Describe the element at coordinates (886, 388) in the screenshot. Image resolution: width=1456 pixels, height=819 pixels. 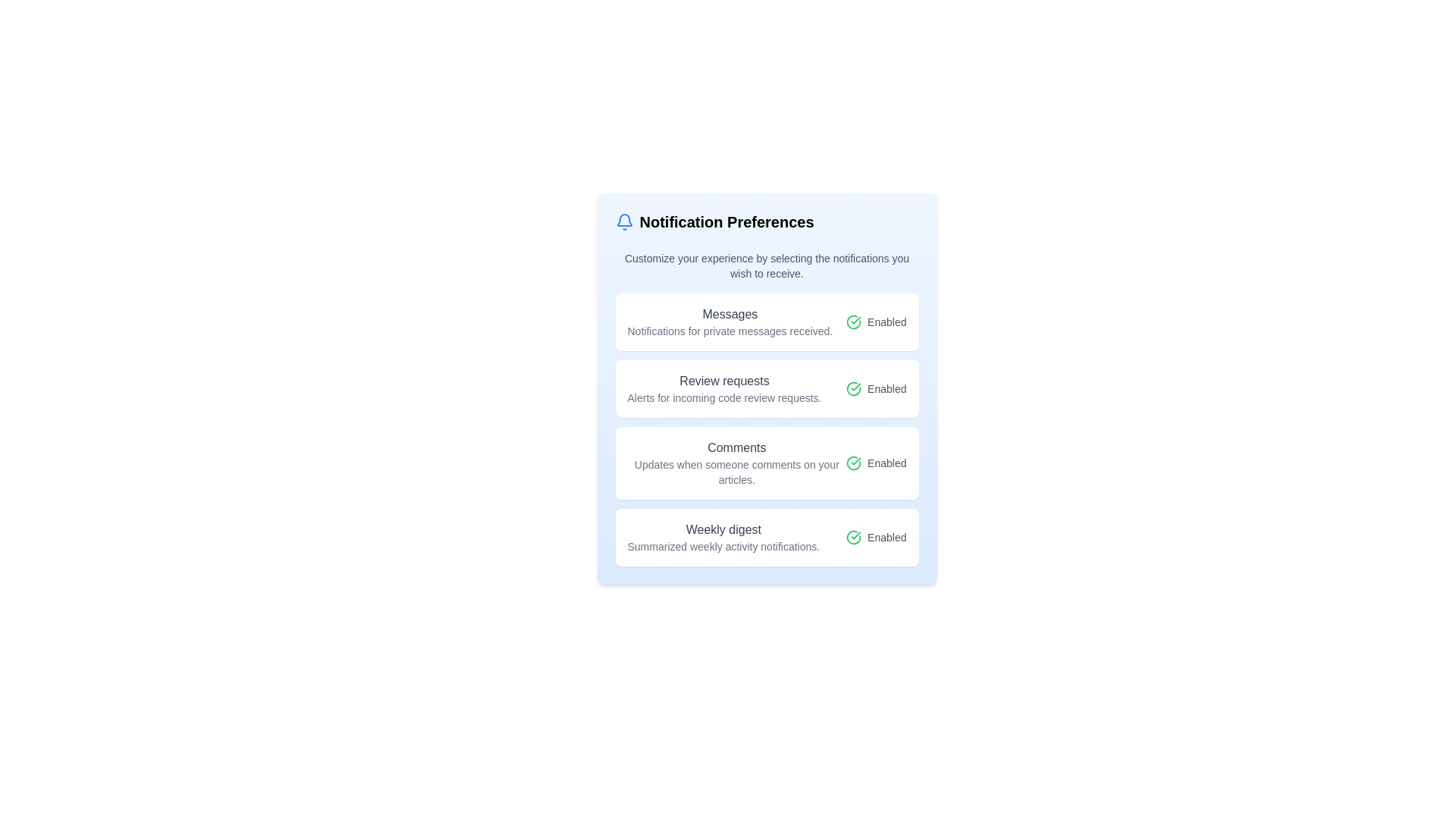
I see `the static text label indicating the 'enabled' state of the review requests setting, located at the far right end of the row adjacent to the green circle-check icon` at that location.